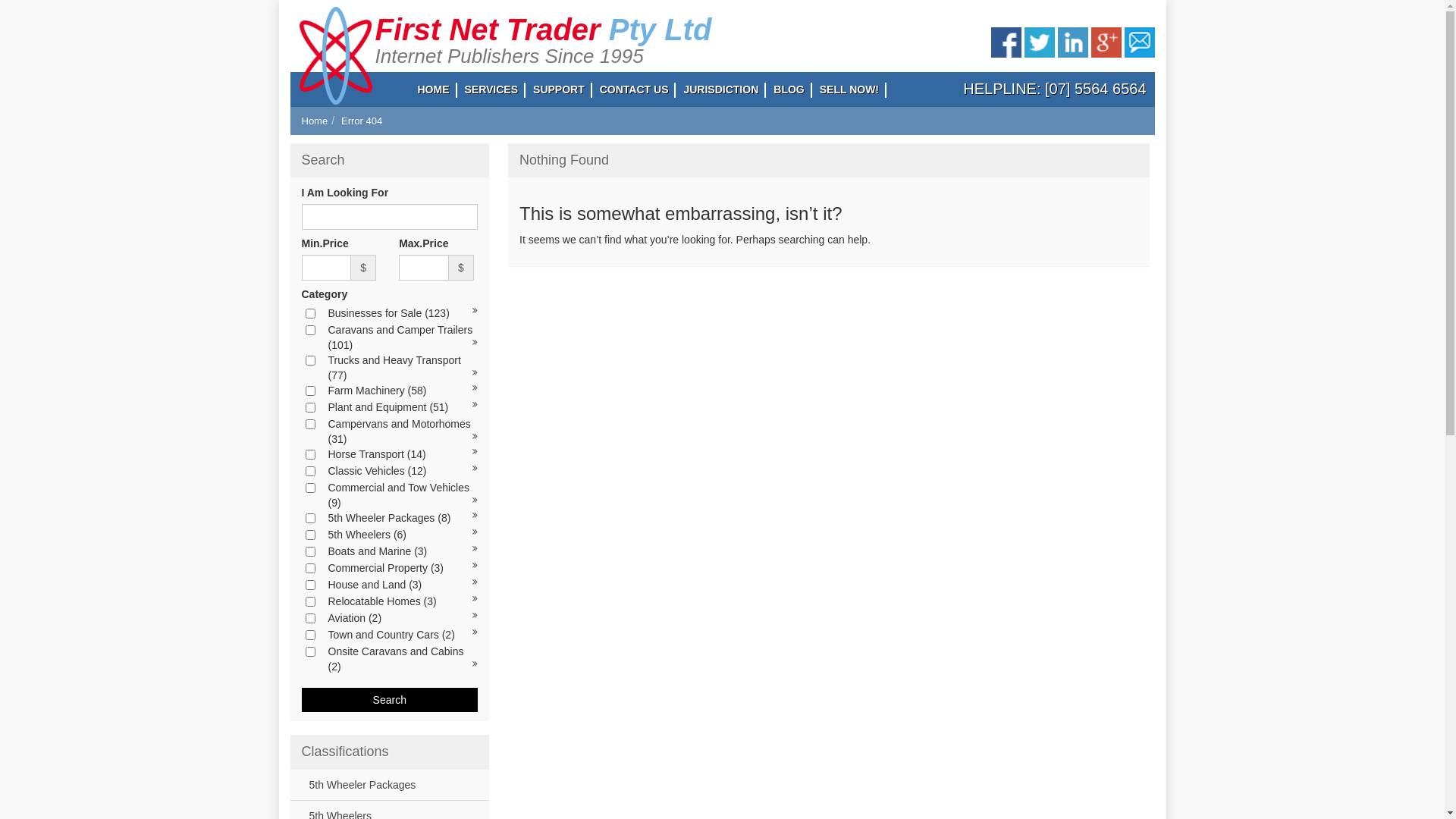 This screenshot has width=1456, height=819. I want to click on 'CONTACT US', so click(634, 89).